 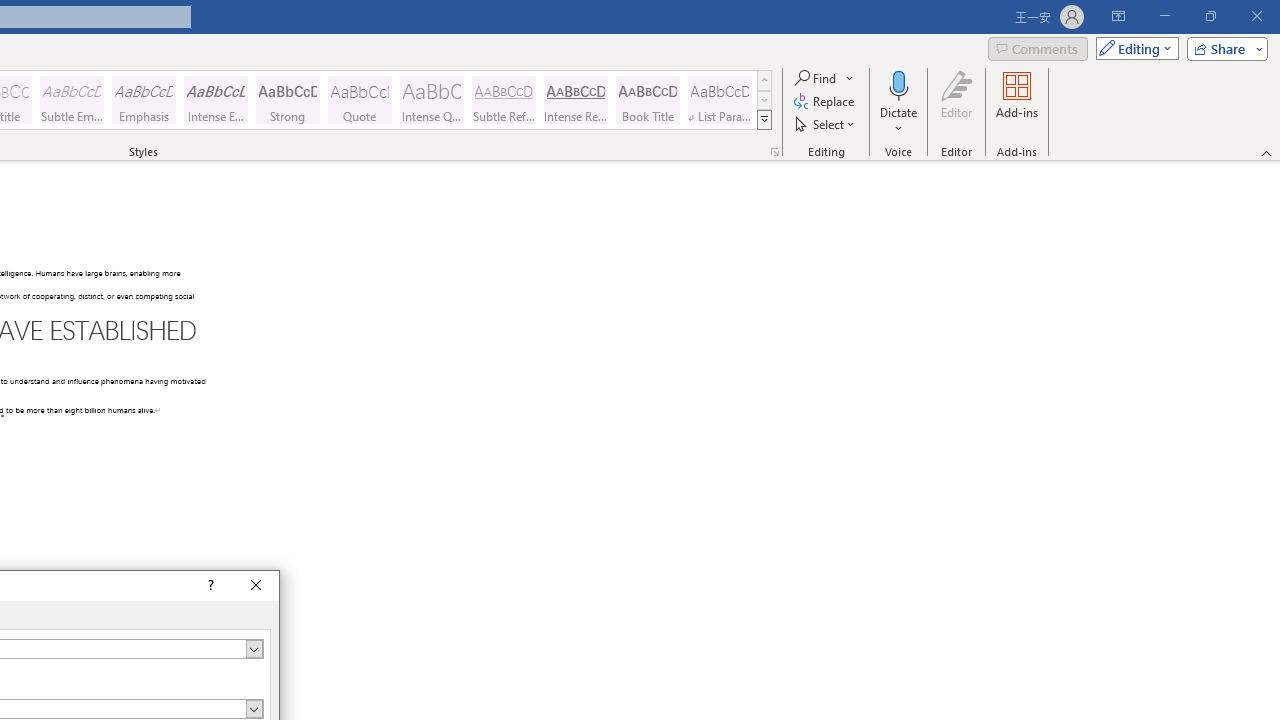 I want to click on 'Intense Quote', so click(x=431, y=100).